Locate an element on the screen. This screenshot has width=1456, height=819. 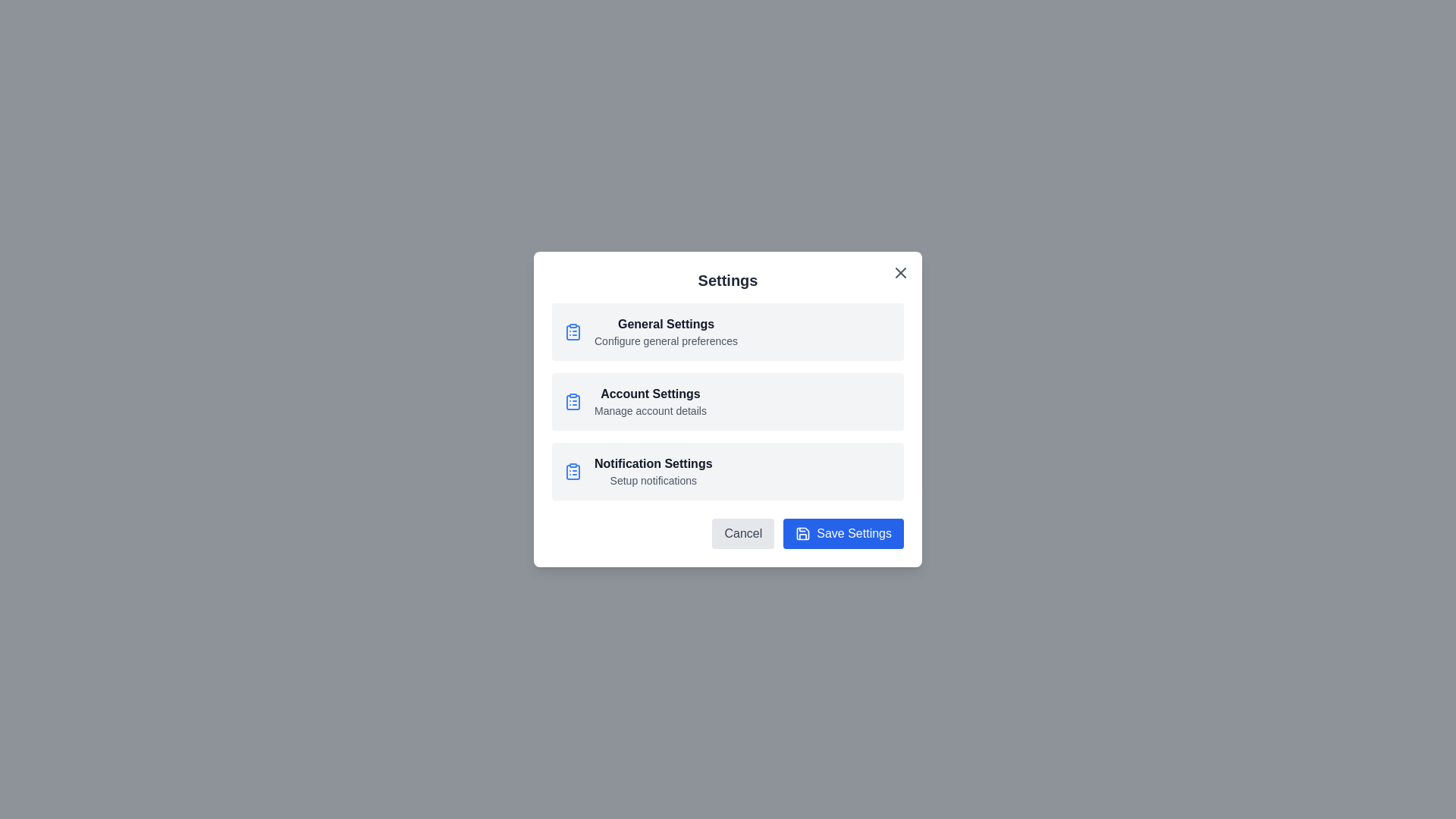
text content of the bold text label displaying 'Account Settings' in dark gray, which is located in the settings interface as the top text of the second row is located at coordinates (650, 394).